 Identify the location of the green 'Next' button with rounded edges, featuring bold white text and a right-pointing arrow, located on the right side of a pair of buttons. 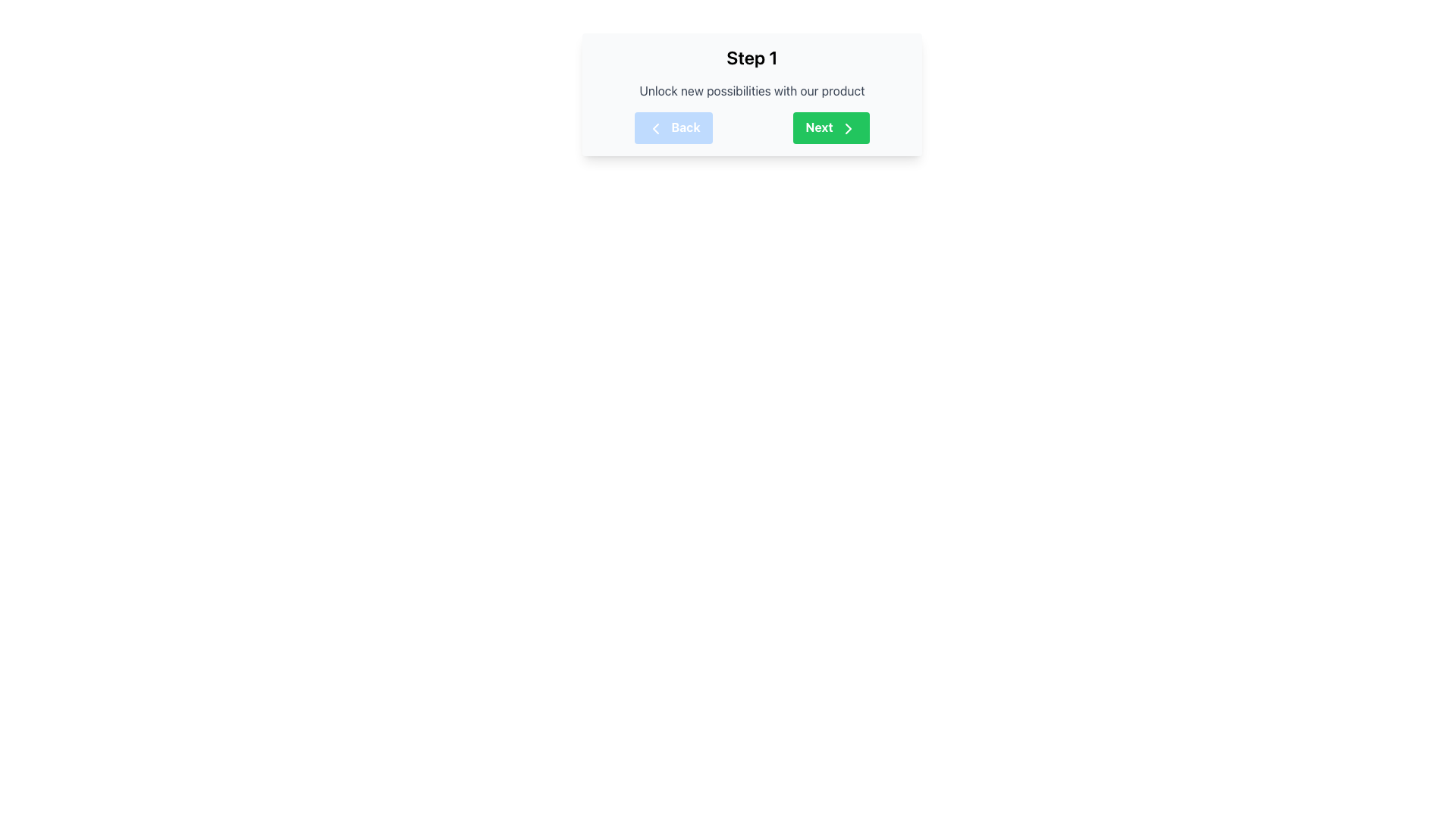
(830, 127).